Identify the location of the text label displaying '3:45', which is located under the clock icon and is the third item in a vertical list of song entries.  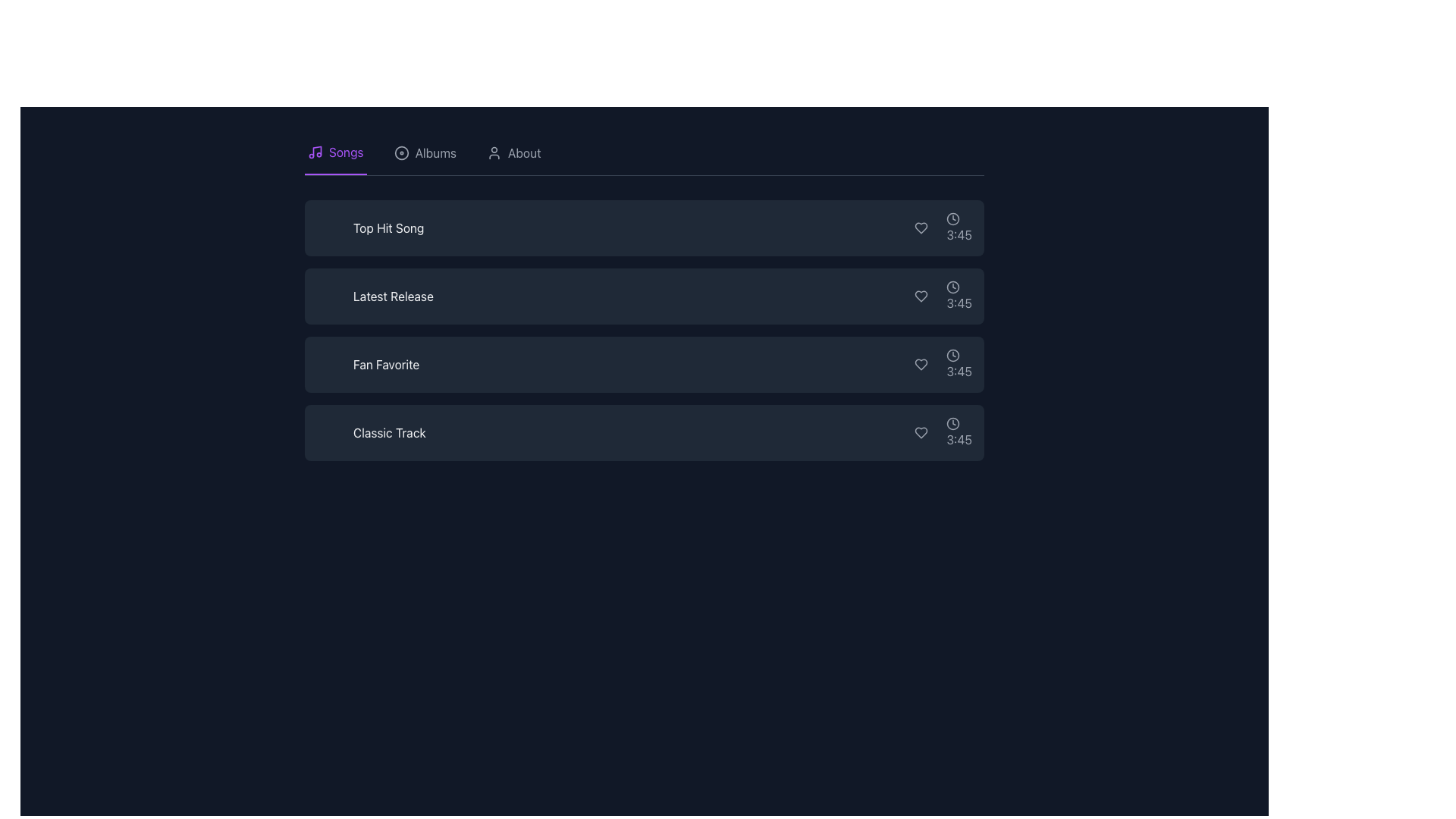
(959, 296).